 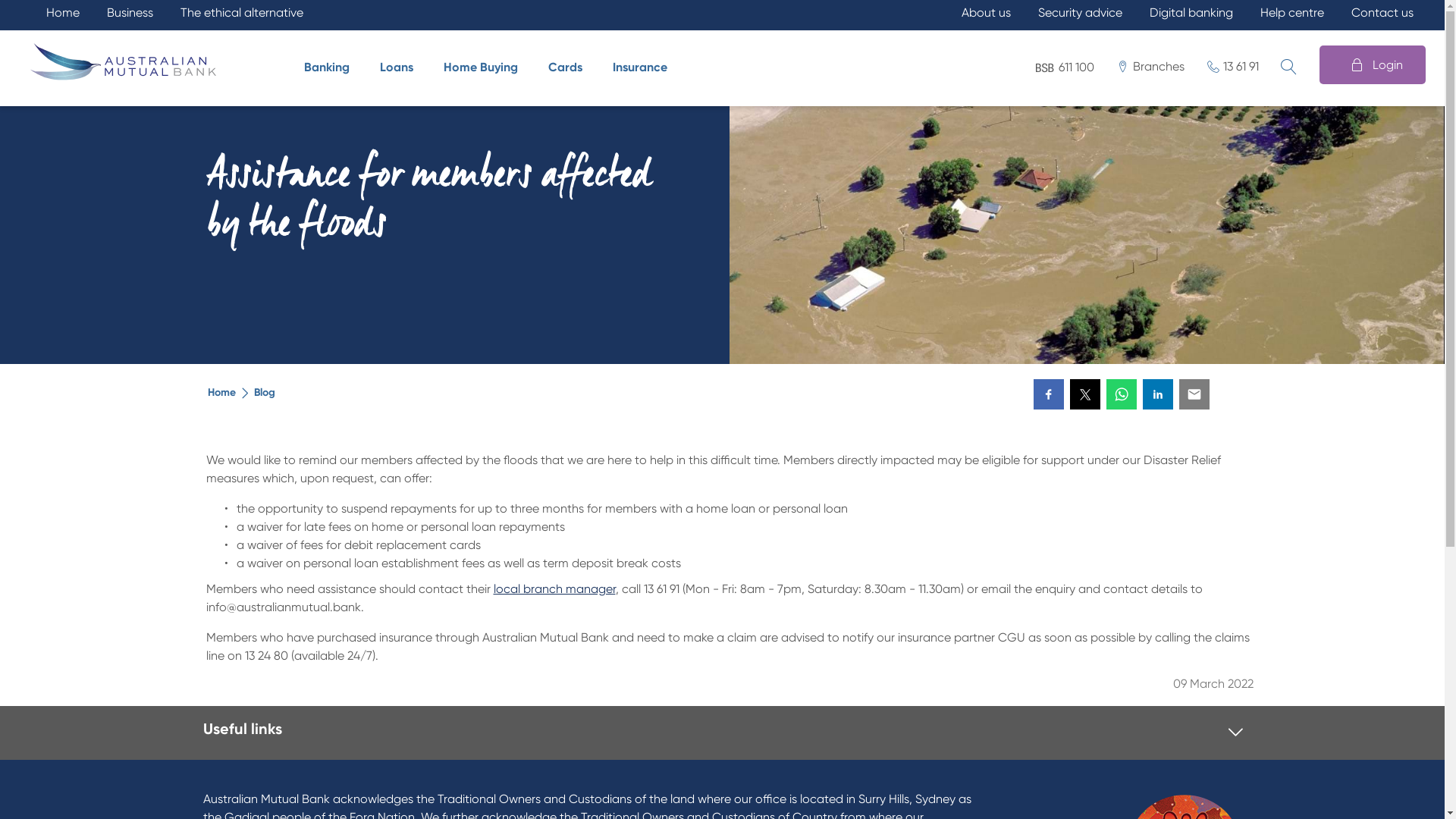 I want to click on 'Blog', so click(x=263, y=391).